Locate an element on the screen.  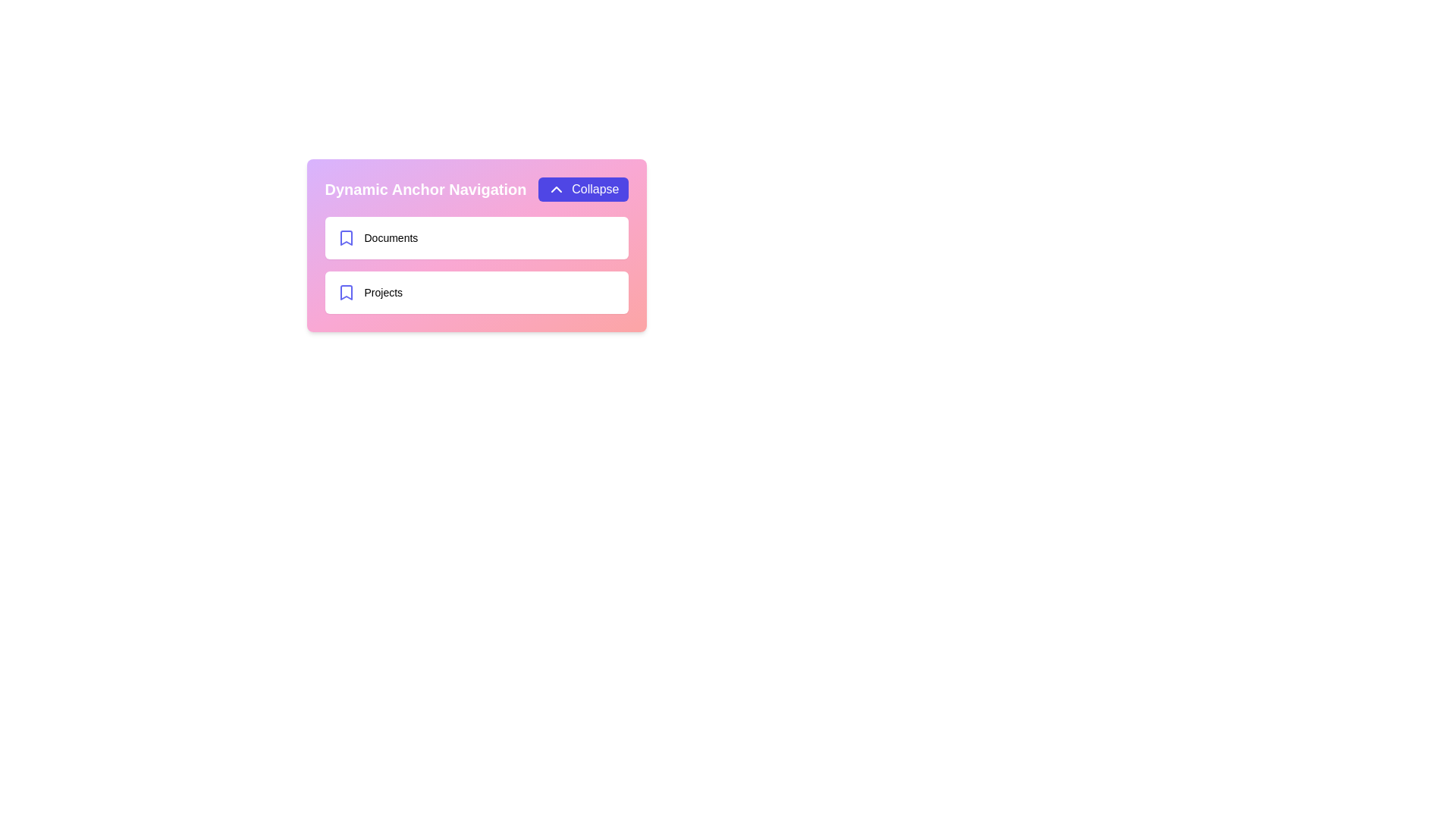
the prominently styled text label reading 'Dynamic Anchor Navigation' if it is interactive in the current context is located at coordinates (425, 189).